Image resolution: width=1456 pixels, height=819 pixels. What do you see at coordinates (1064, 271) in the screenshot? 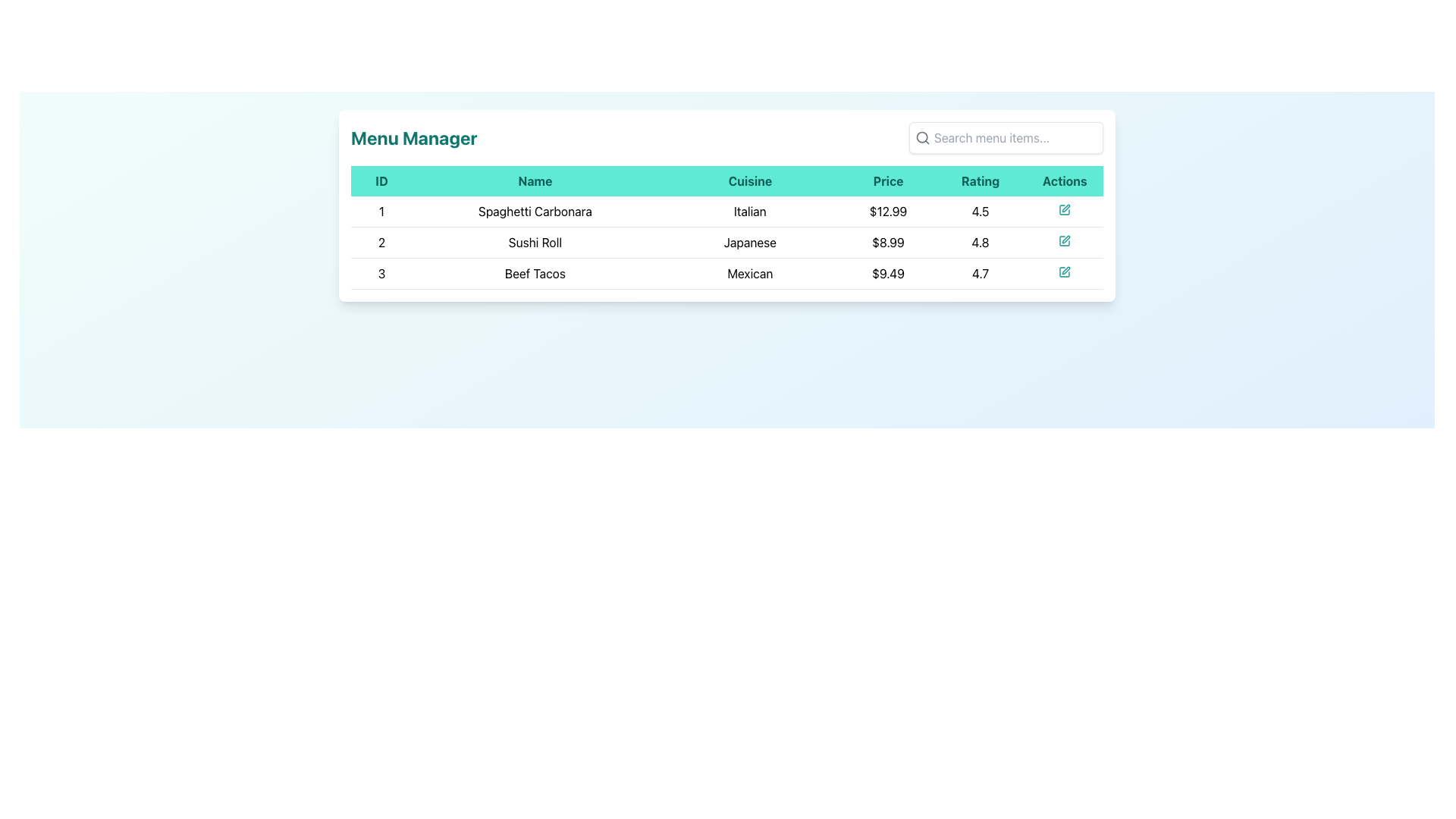
I see `the edit icon button located in the 'Actions' column of the third row of the table` at bounding box center [1064, 271].